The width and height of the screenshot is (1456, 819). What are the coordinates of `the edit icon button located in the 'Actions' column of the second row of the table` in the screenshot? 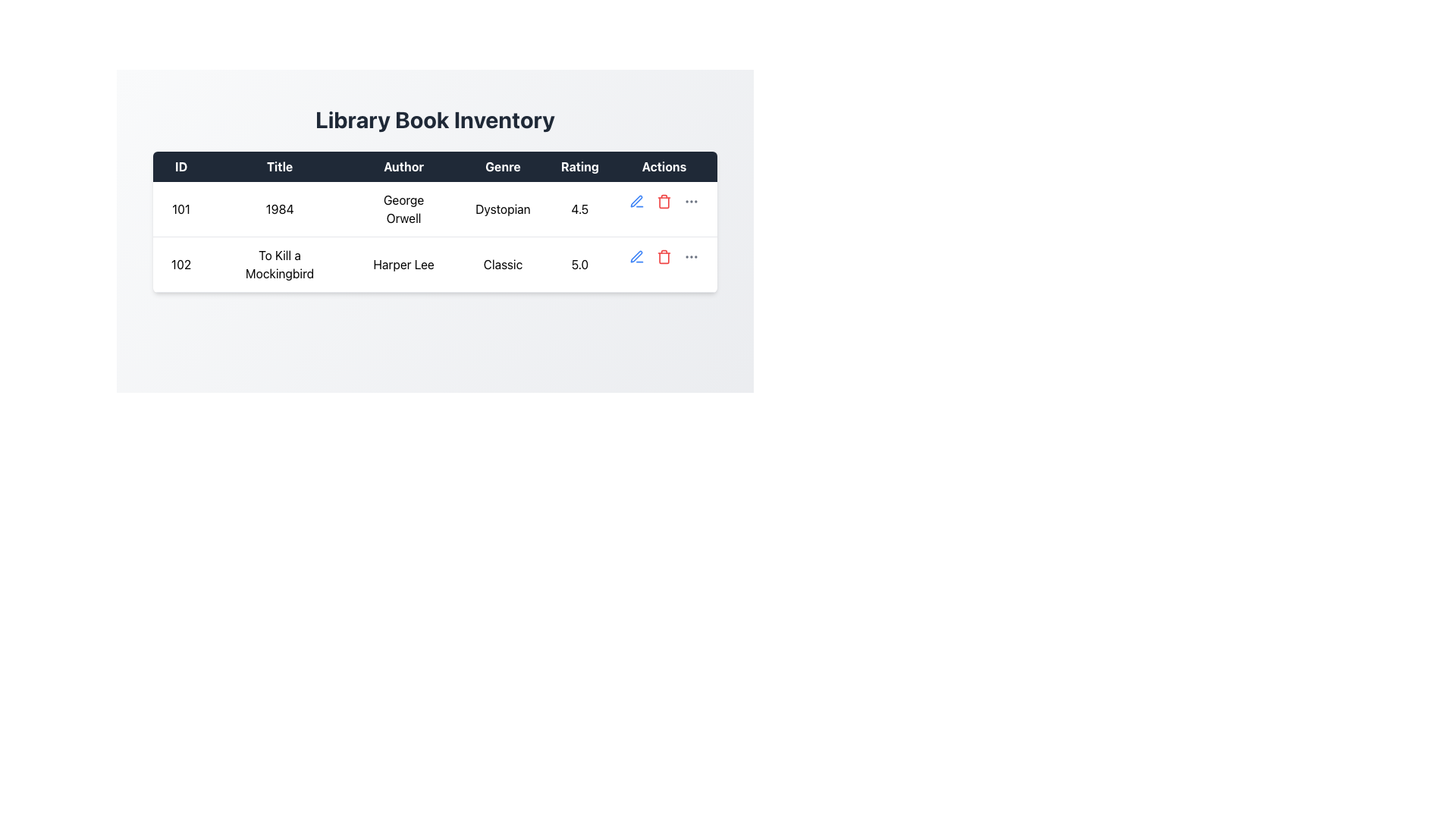 It's located at (637, 254).